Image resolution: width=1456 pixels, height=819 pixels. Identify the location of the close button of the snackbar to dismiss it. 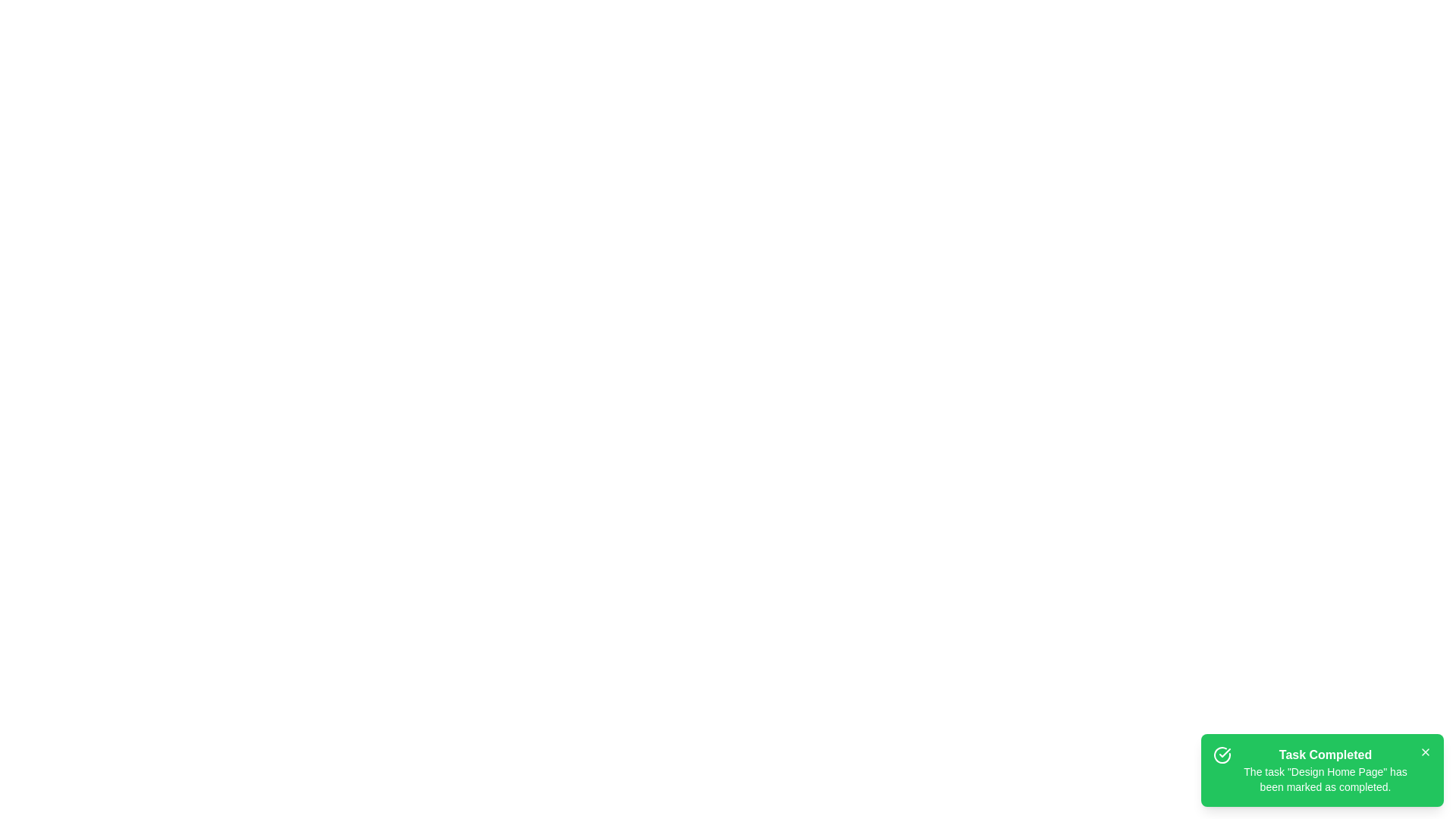
(1425, 752).